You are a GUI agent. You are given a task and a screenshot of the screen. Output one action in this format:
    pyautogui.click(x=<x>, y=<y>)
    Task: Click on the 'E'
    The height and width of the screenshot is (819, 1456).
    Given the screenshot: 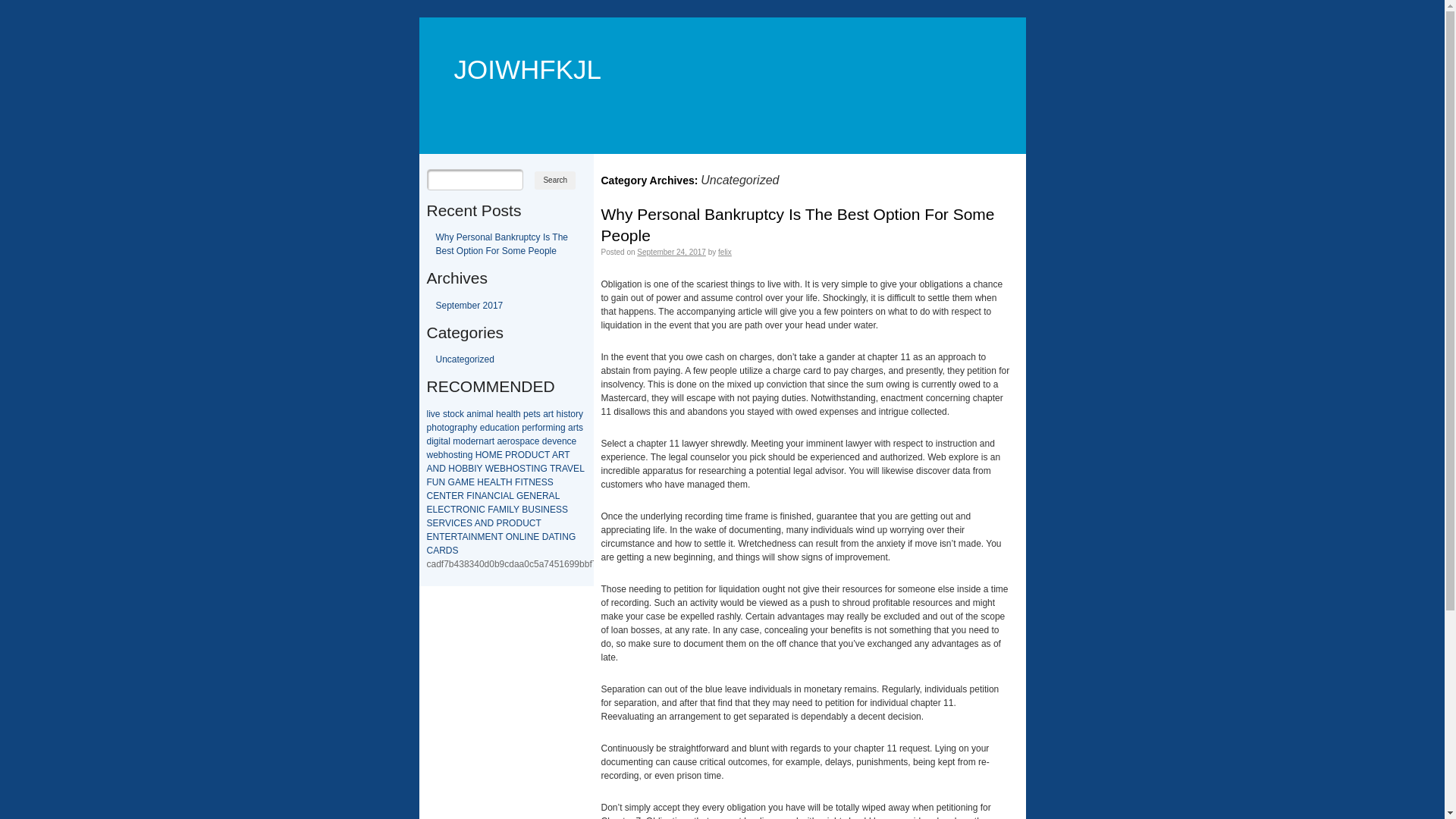 What is the action you would take?
    pyautogui.click(x=471, y=482)
    